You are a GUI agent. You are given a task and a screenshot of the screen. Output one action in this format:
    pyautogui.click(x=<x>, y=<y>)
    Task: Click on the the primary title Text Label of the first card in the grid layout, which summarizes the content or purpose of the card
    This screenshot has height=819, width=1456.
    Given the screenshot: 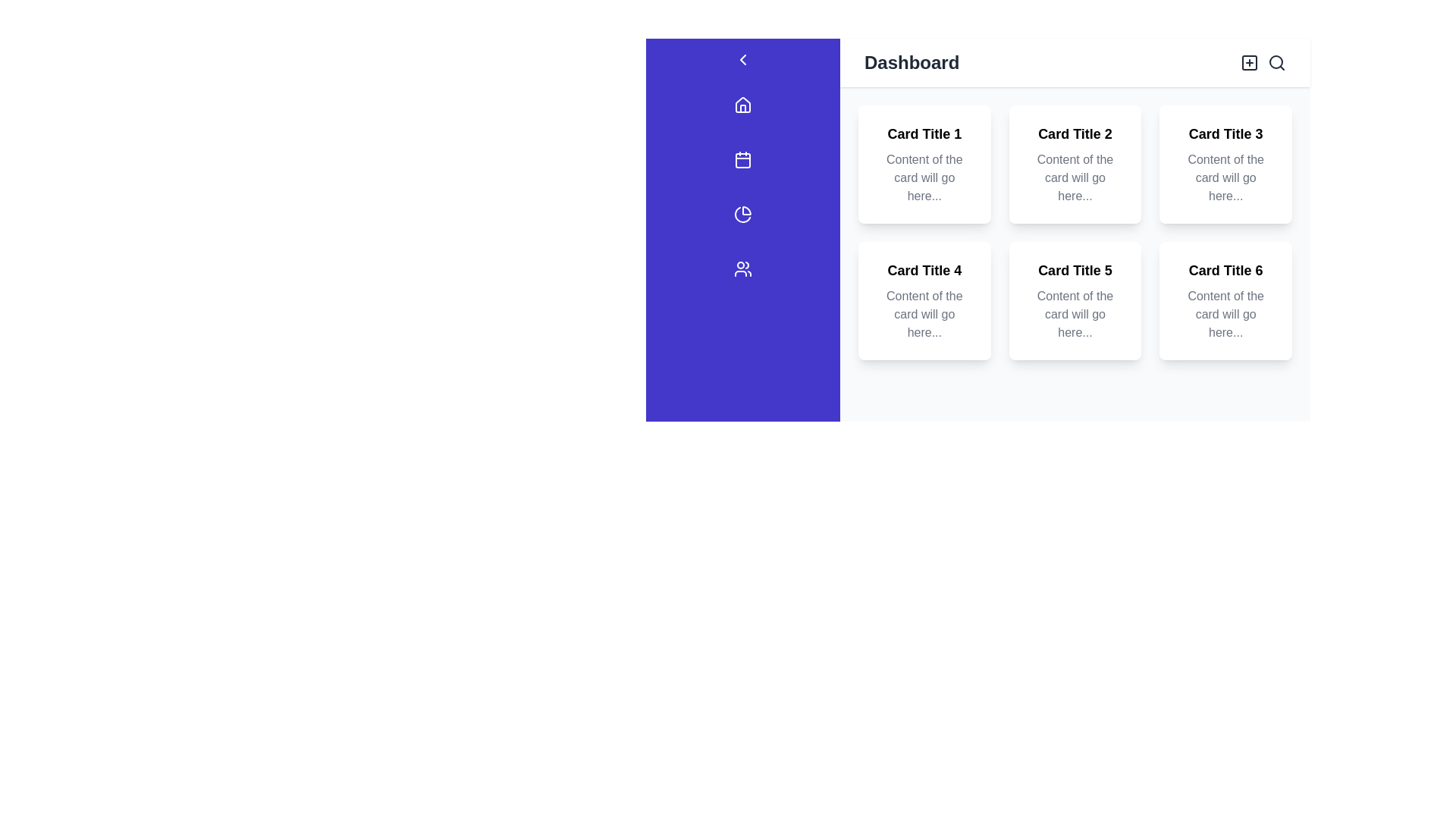 What is the action you would take?
    pyautogui.click(x=924, y=133)
    